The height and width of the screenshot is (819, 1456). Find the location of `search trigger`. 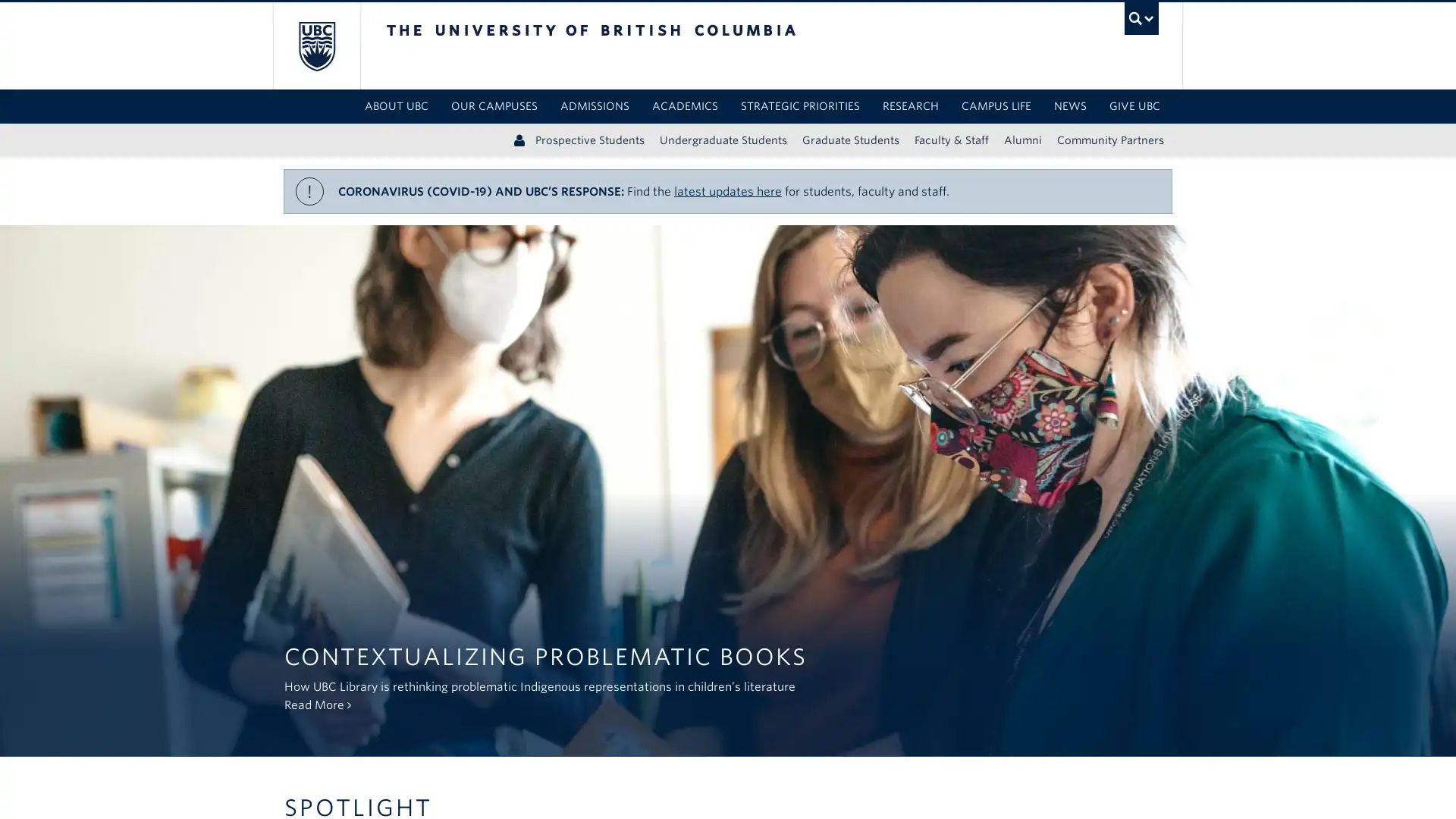

search trigger is located at coordinates (1141, 18).